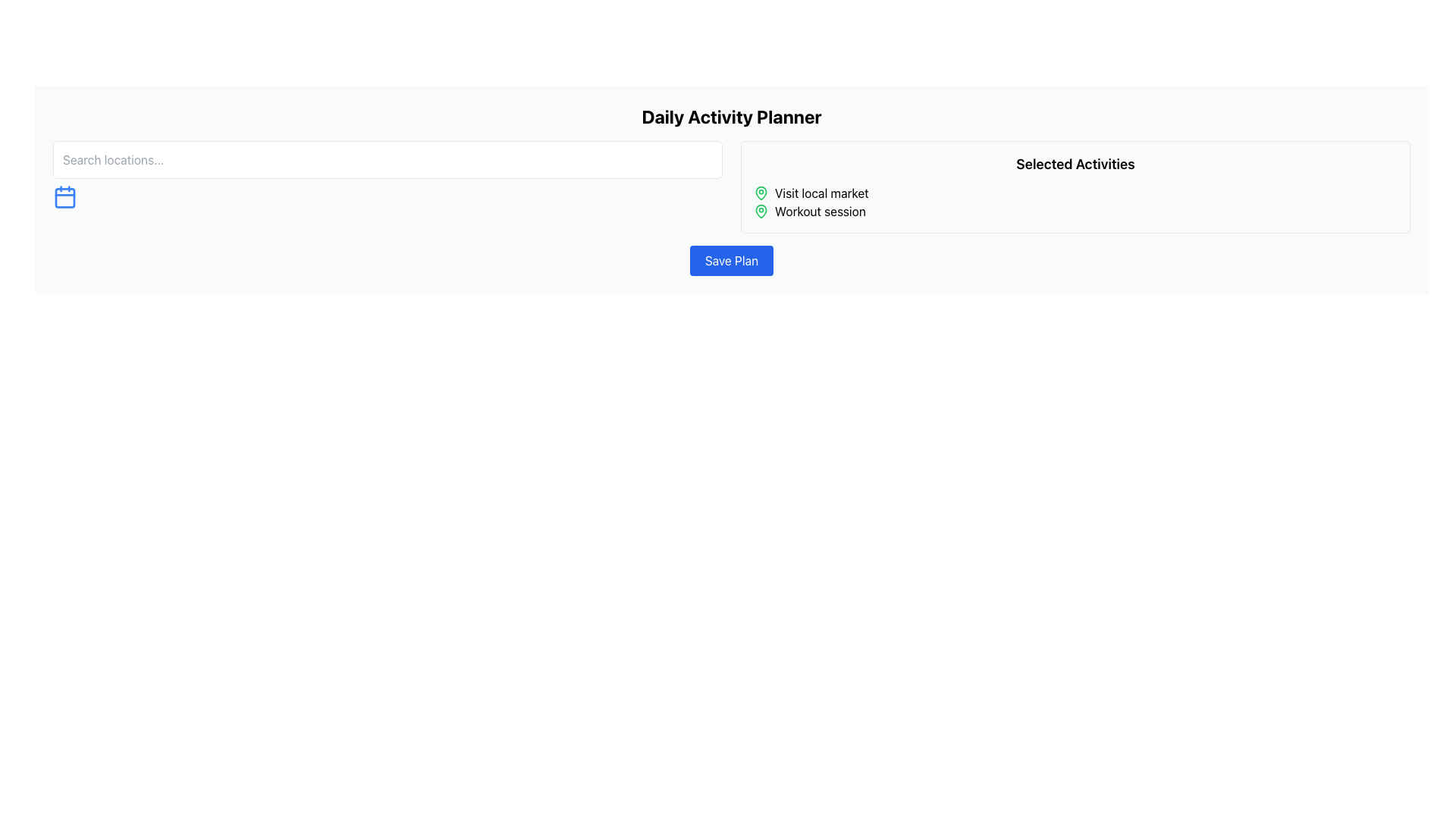 This screenshot has width=1456, height=819. I want to click on the green stroke location pin icon in the 'Selected Activities' section near the 'Workout session' text, so click(761, 192).